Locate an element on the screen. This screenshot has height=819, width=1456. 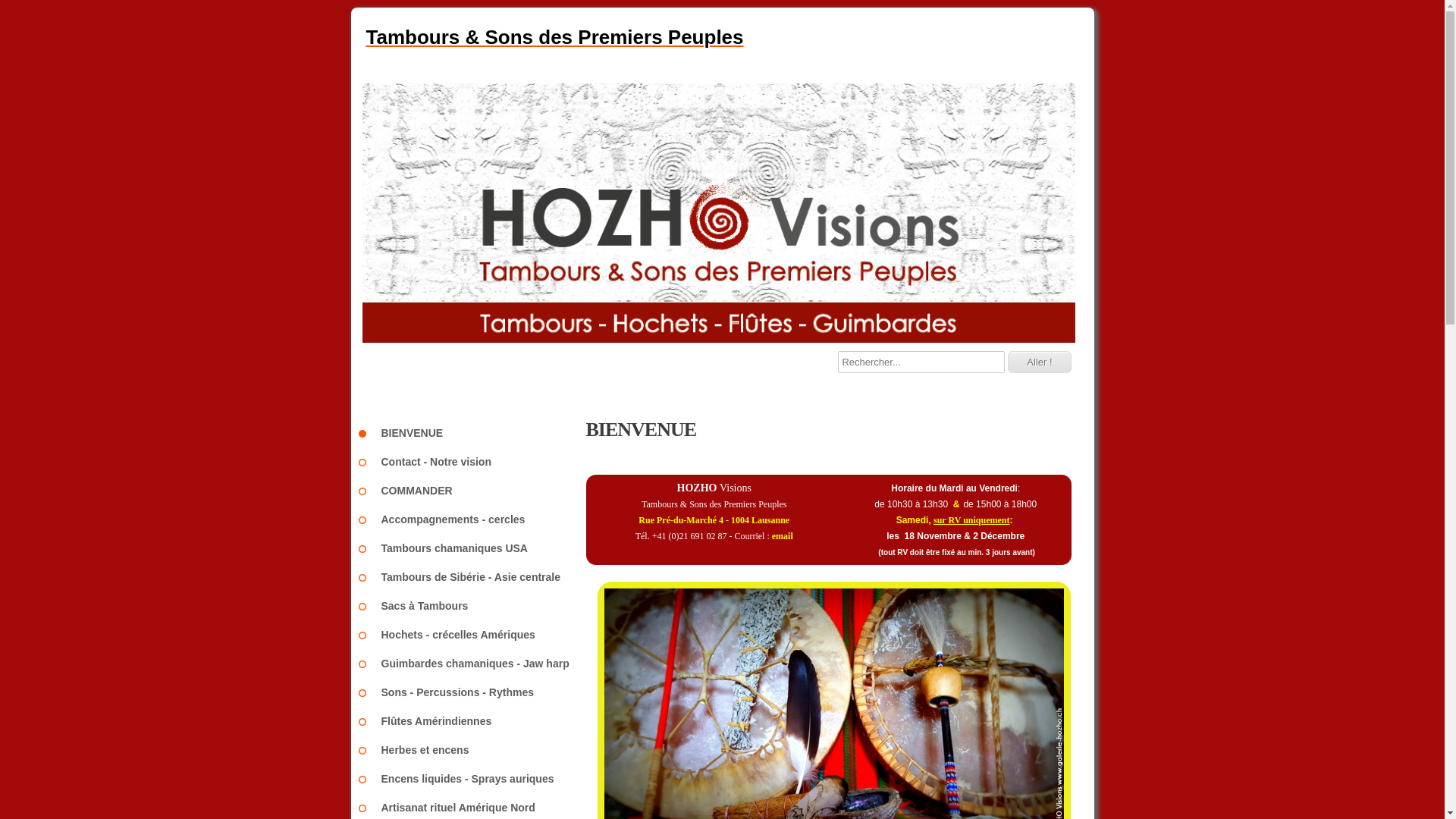
'COMMANDER' is located at coordinates (365, 491).